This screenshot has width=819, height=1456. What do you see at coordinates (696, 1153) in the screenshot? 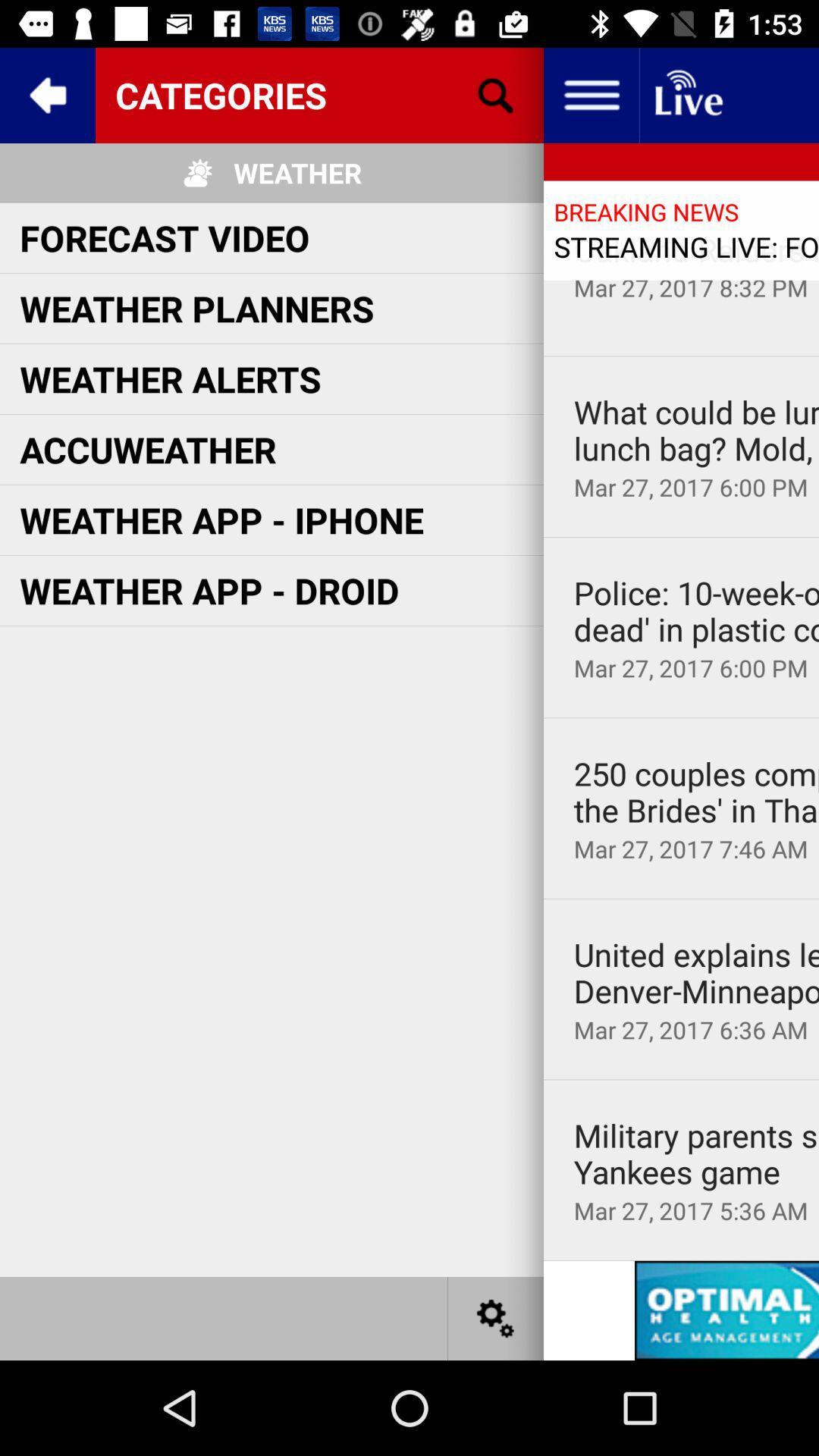
I see `the military parents surprise icon` at bounding box center [696, 1153].